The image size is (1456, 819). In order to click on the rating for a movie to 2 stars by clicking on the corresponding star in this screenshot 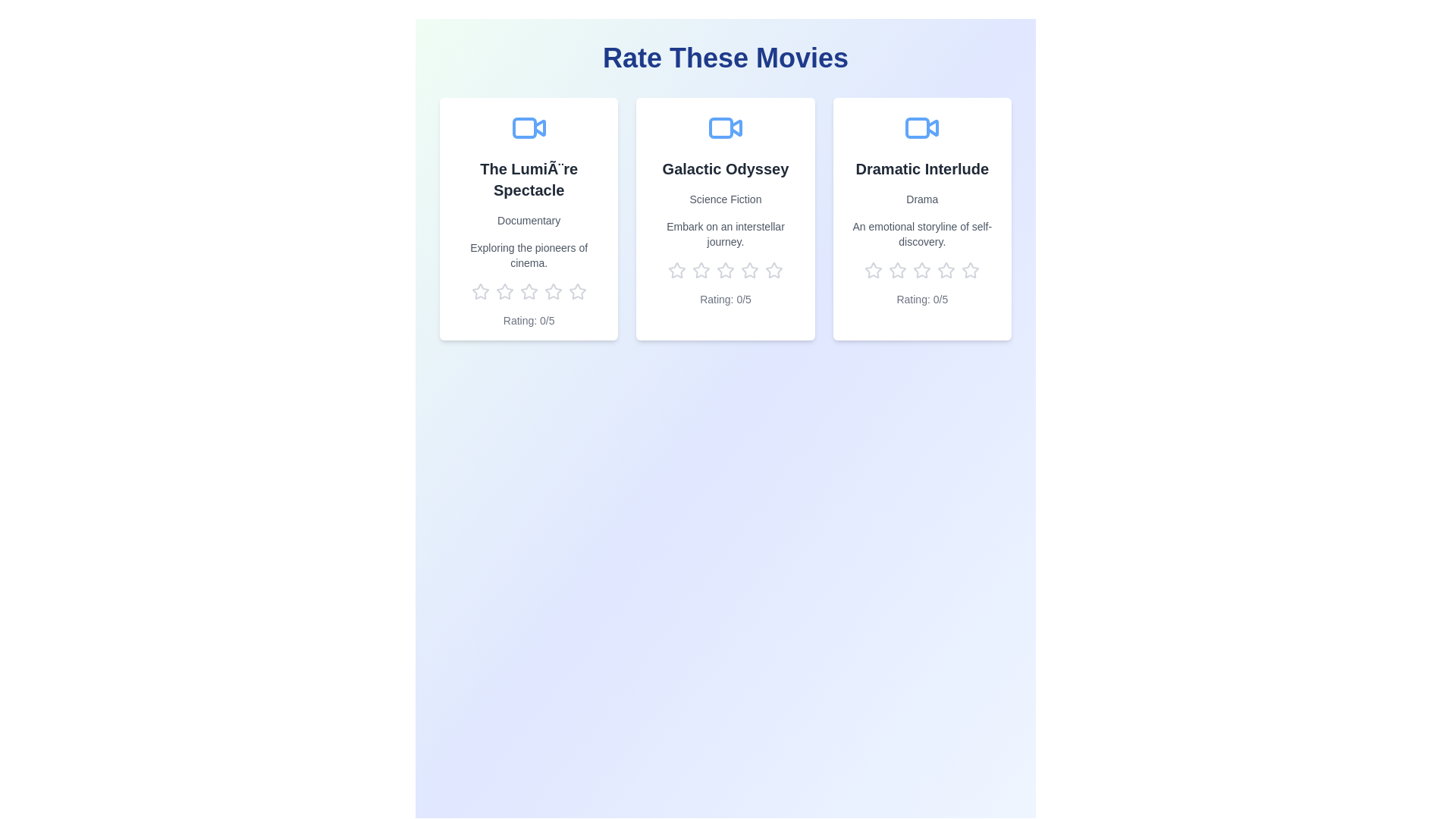, I will do `click(495, 292)`.